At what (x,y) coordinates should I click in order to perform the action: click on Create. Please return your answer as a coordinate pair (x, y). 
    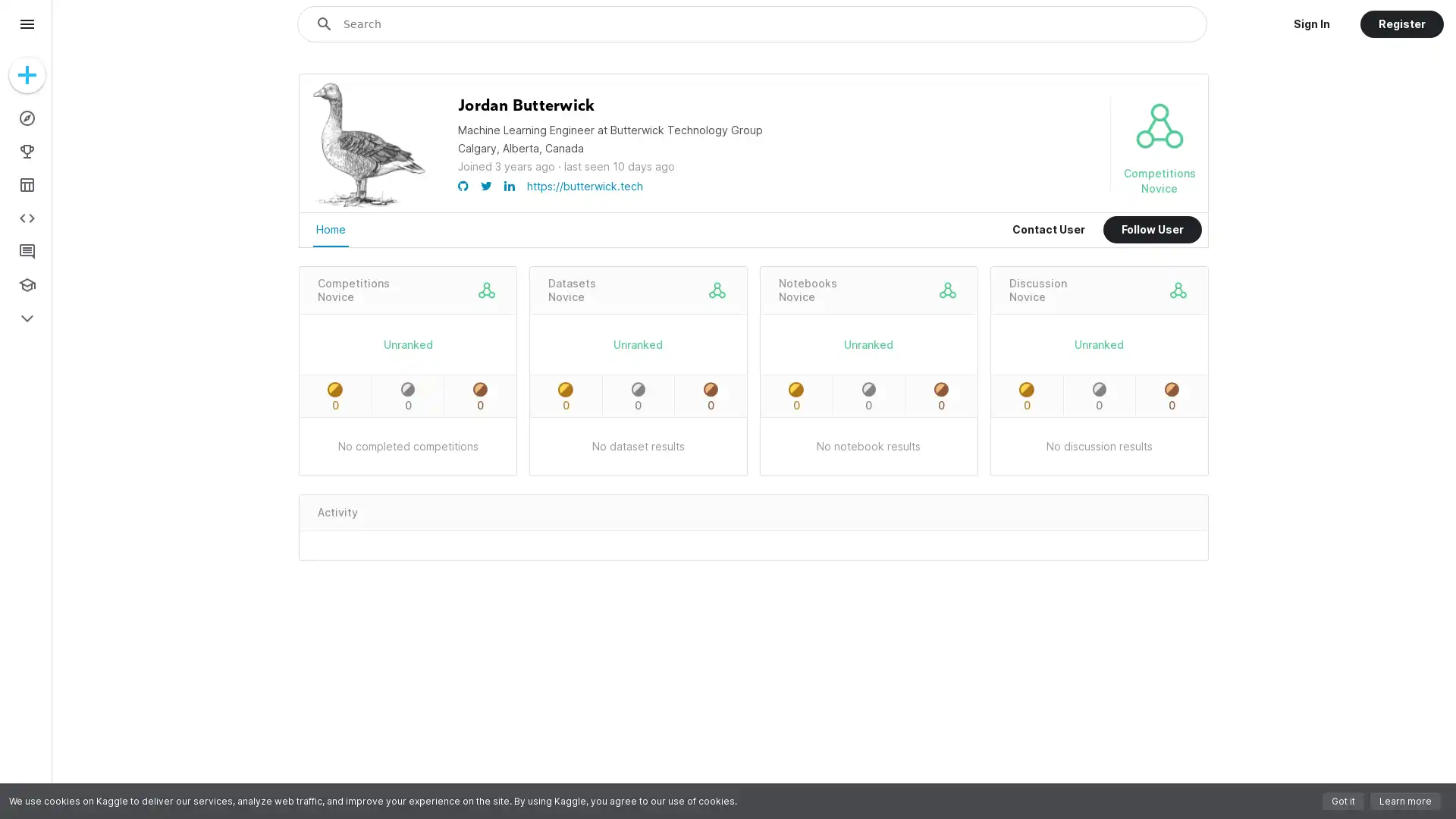
    Looking at the image, I should click on (27, 75).